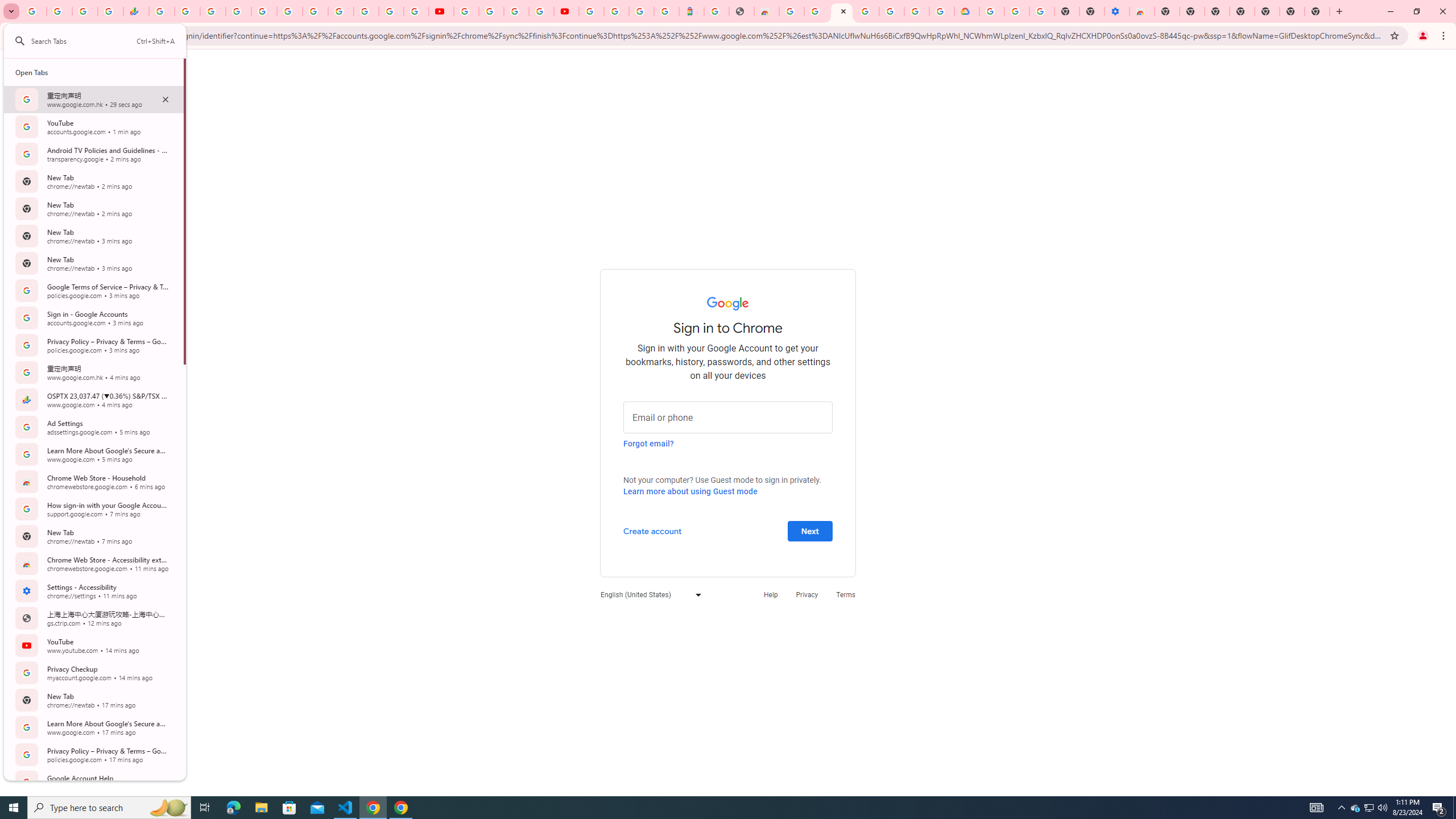  What do you see at coordinates (728, 416) in the screenshot?
I see `'Email or phone'` at bounding box center [728, 416].